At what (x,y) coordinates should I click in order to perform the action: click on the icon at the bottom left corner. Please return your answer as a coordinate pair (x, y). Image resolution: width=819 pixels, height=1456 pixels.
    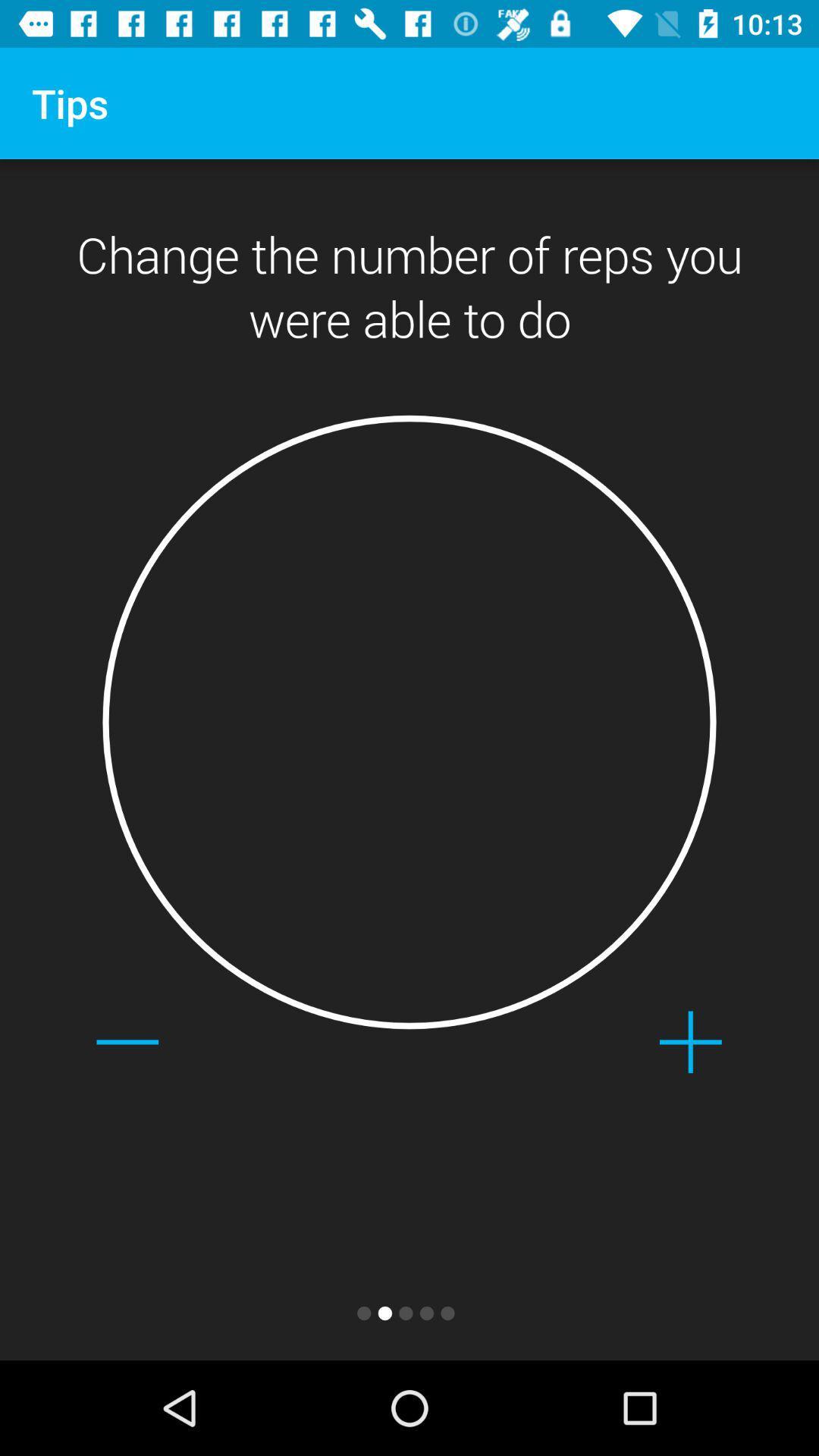
    Looking at the image, I should click on (127, 1041).